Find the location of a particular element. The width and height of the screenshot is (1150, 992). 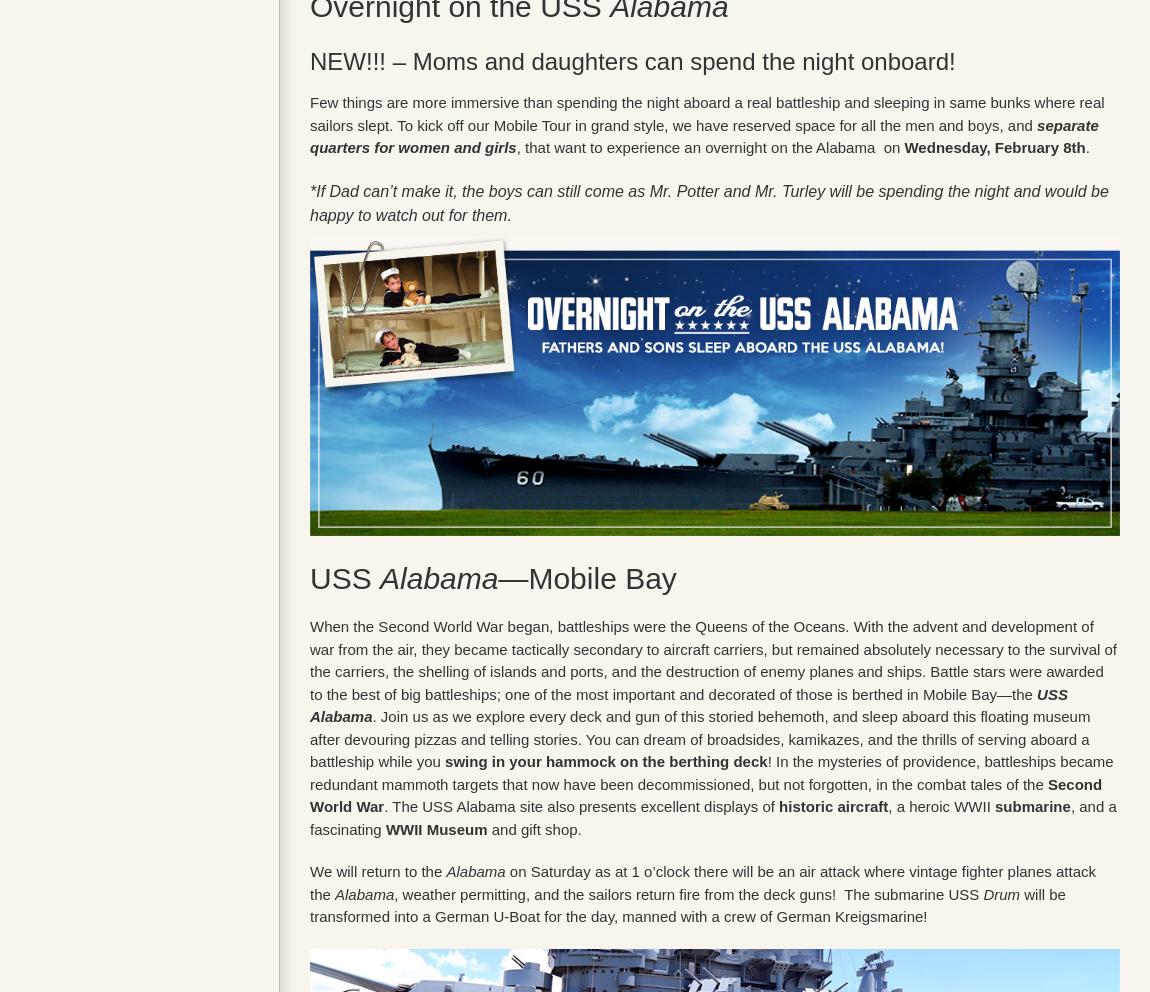

'Few things are more immersive than spending the night aboard a real battleship and sleeping in same bunks where real sailors slept. To kick off our Mobile Tour in grand style, we have reserved space for all the men and boys, and' is located at coordinates (706, 112).